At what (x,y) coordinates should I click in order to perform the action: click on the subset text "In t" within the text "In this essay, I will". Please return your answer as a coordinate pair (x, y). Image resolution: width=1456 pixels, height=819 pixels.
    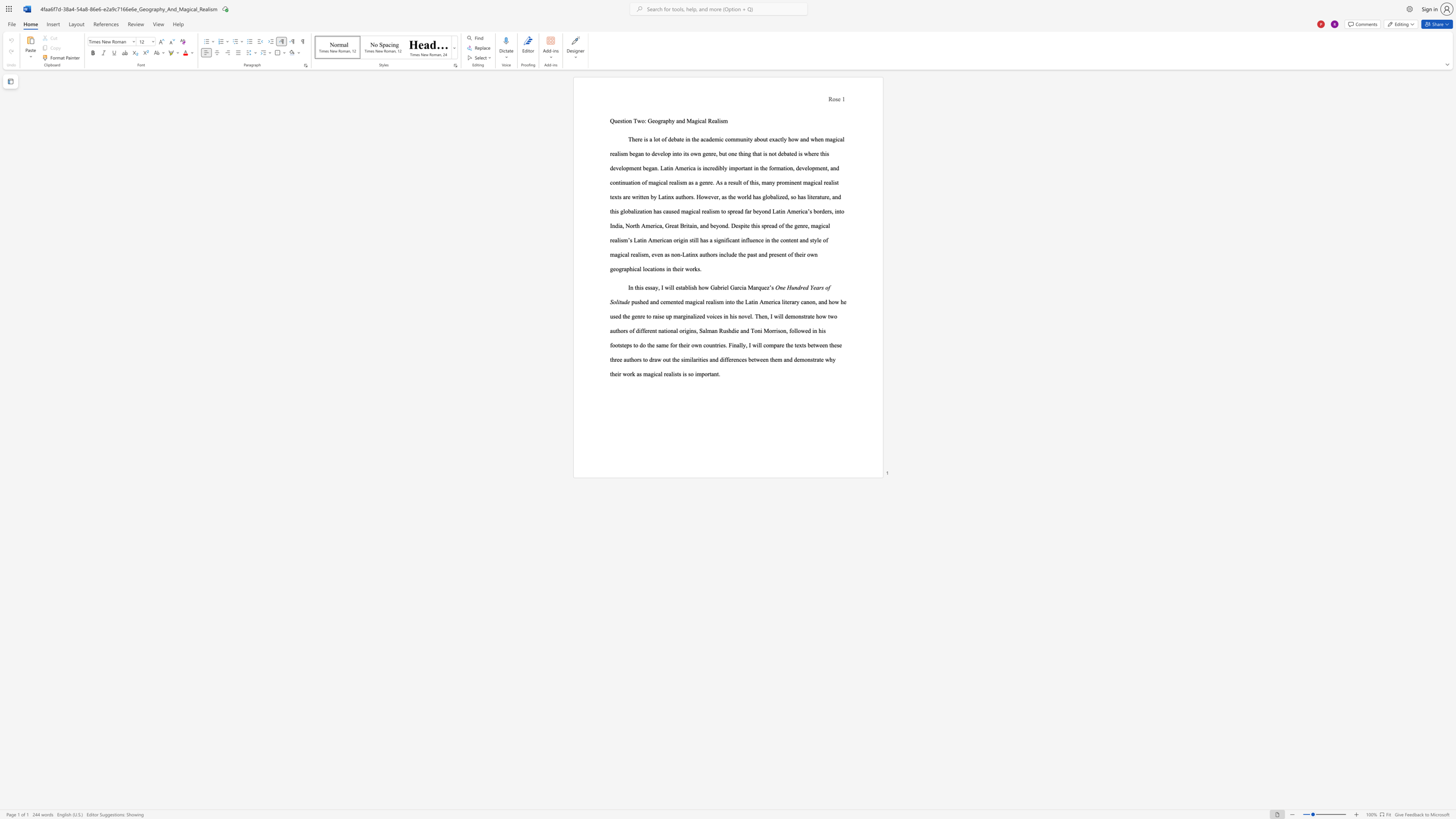
    Looking at the image, I should click on (628, 287).